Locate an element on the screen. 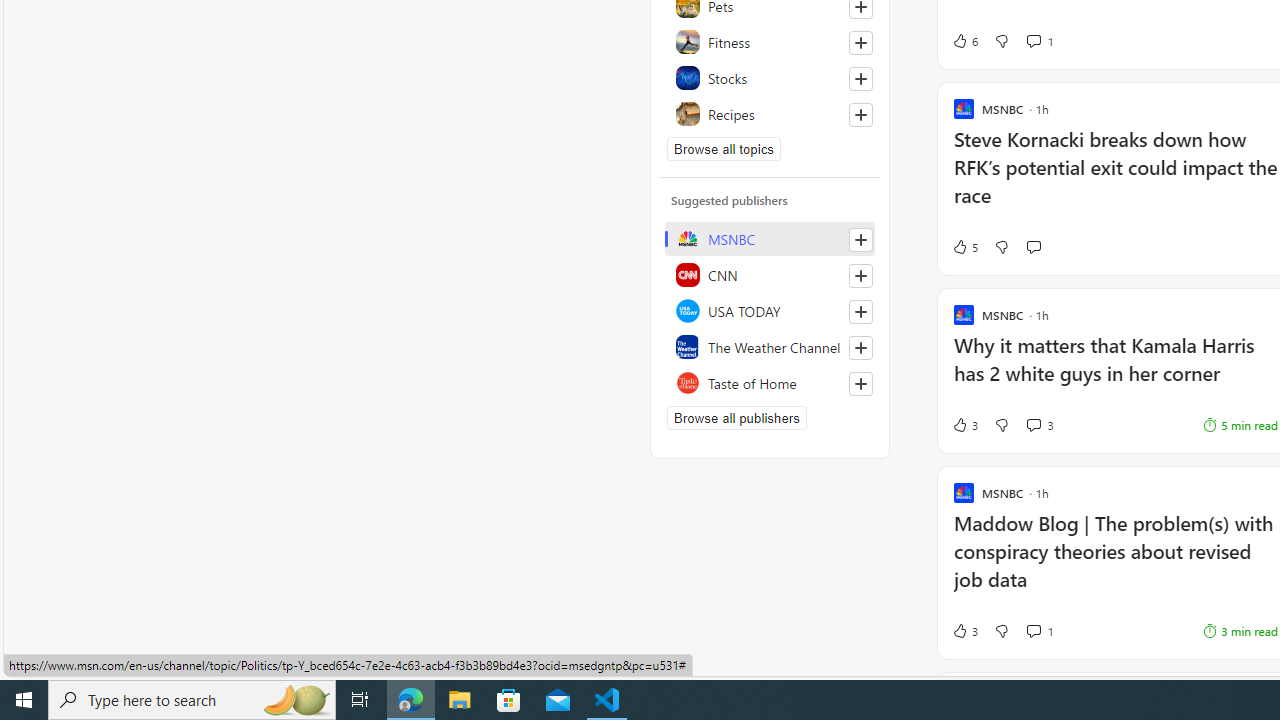  'Taste of Home' is located at coordinates (769, 383).